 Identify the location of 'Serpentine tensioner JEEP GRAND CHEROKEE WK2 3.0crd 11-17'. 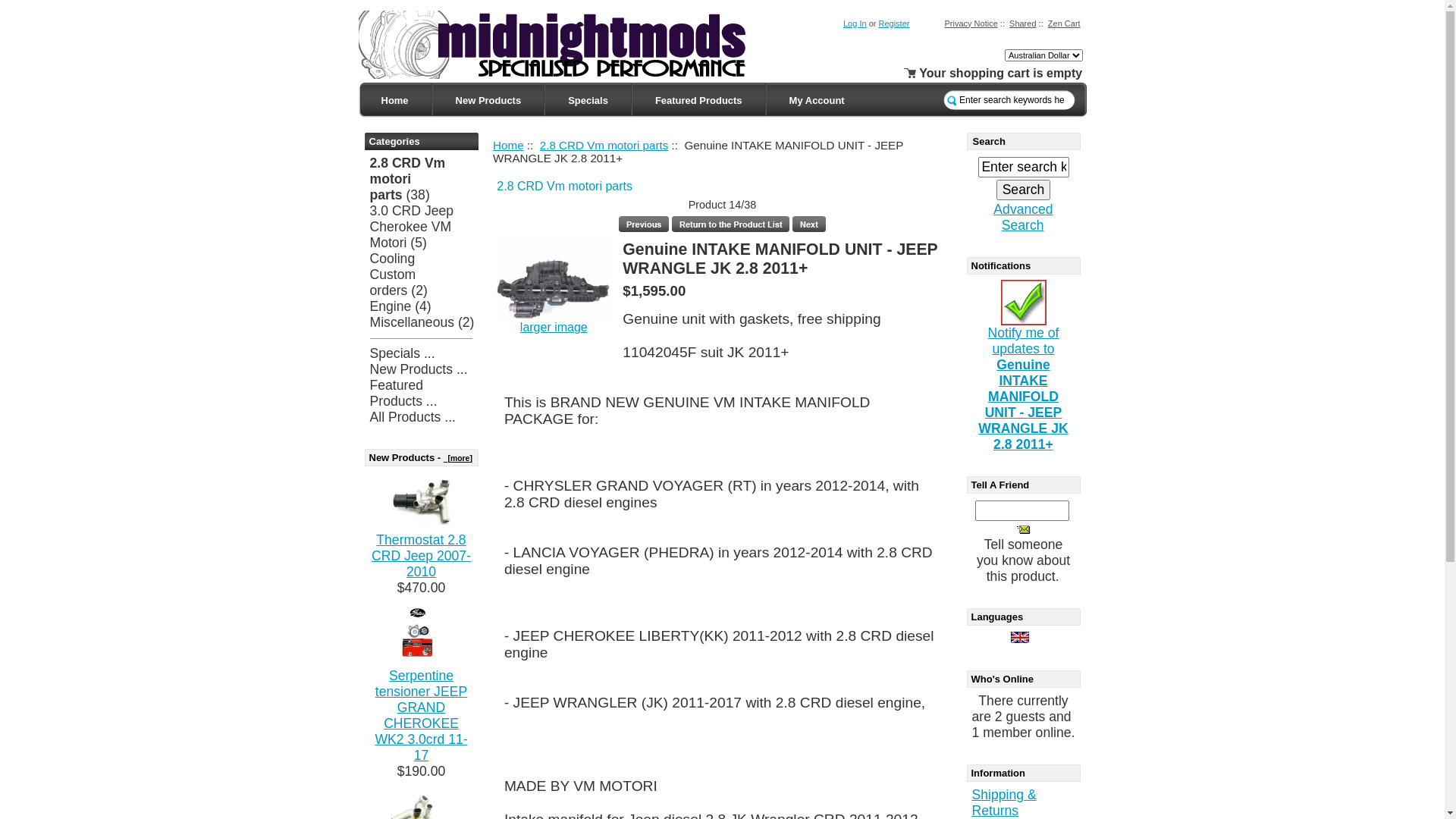
(421, 715).